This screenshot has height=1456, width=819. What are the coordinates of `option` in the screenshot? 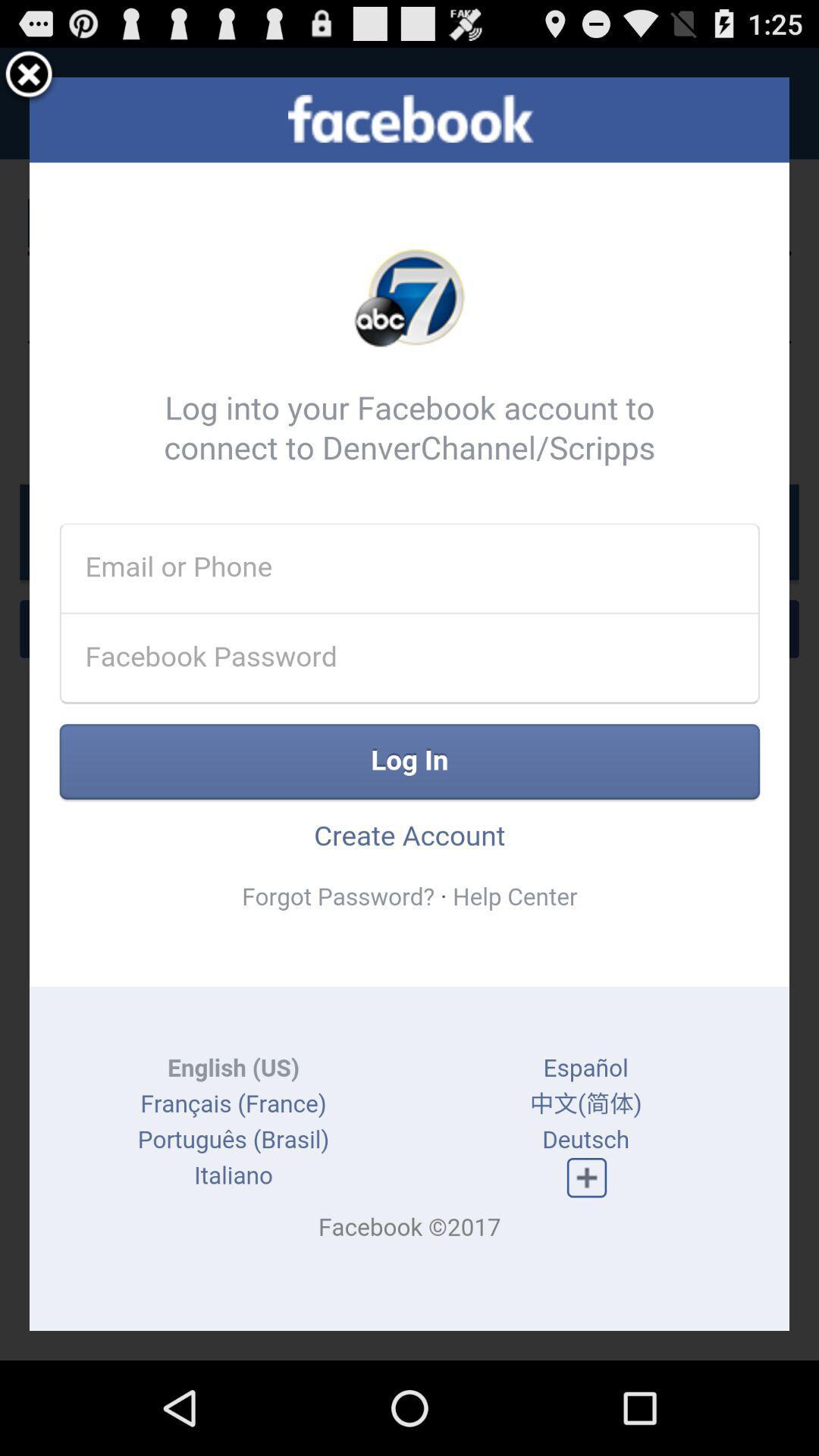 It's located at (29, 76).